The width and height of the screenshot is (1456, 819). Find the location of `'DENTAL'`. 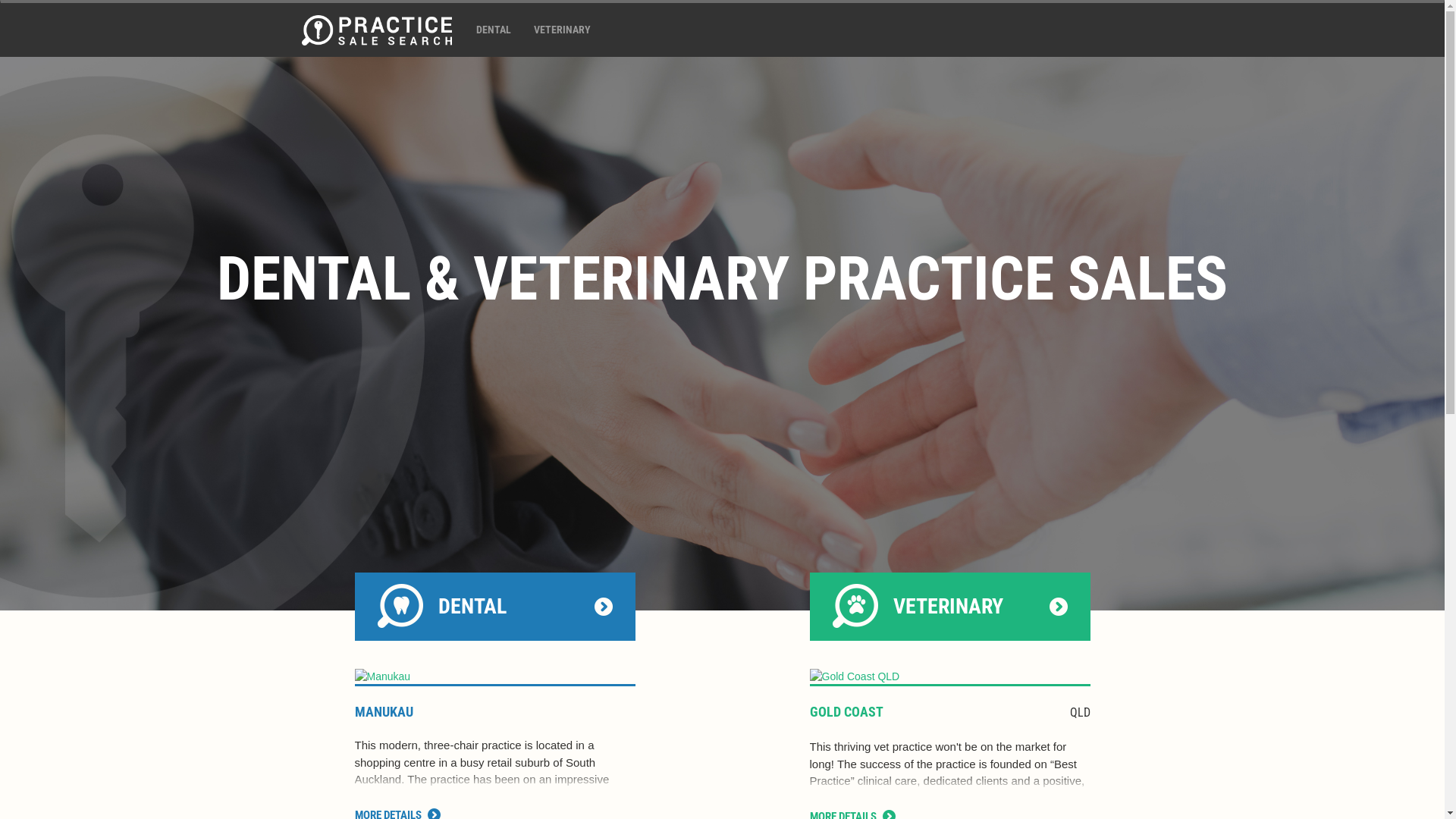

'DENTAL' is located at coordinates (492, 29).